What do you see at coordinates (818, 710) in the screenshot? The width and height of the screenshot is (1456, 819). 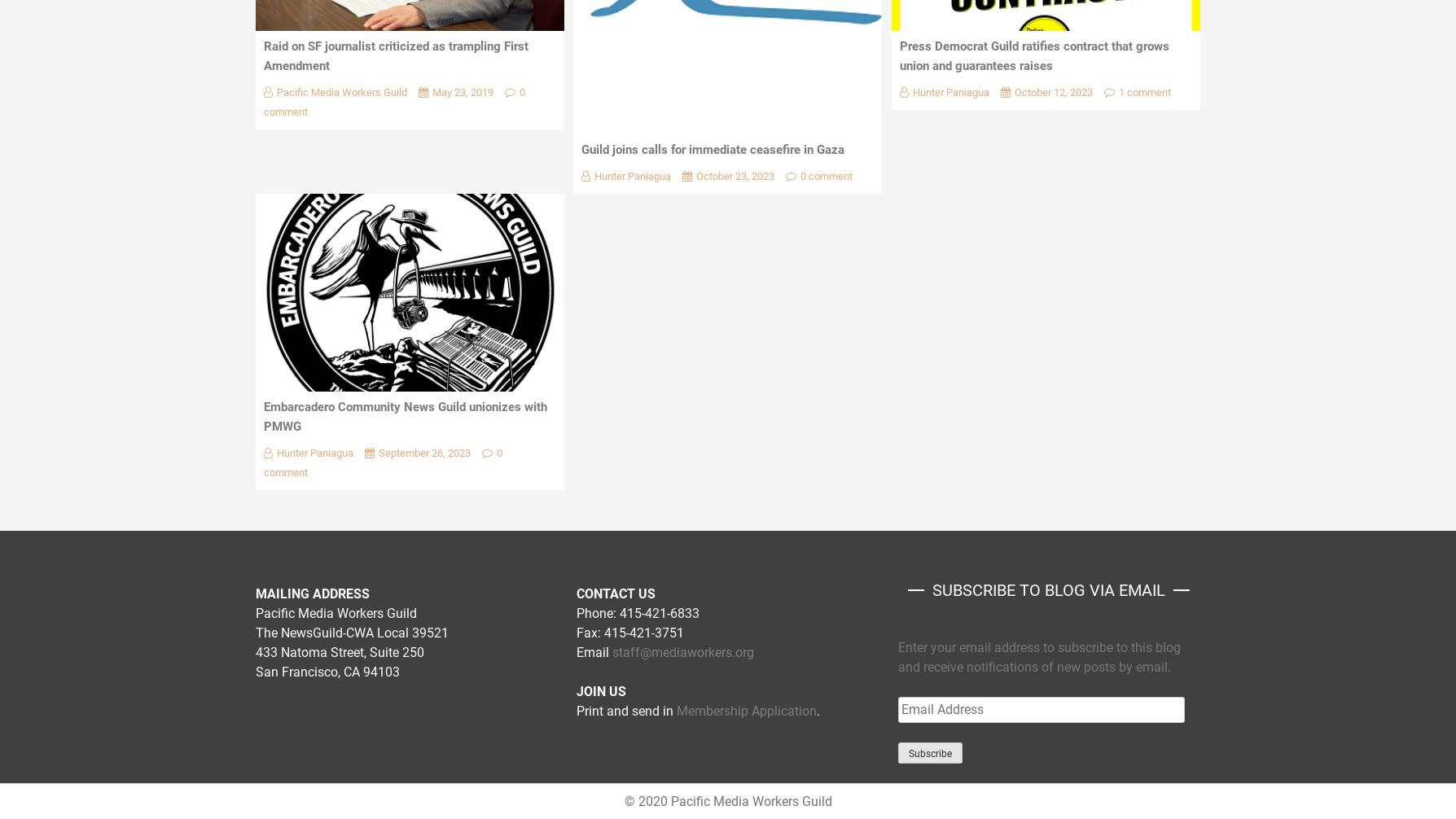 I see `'.'` at bounding box center [818, 710].